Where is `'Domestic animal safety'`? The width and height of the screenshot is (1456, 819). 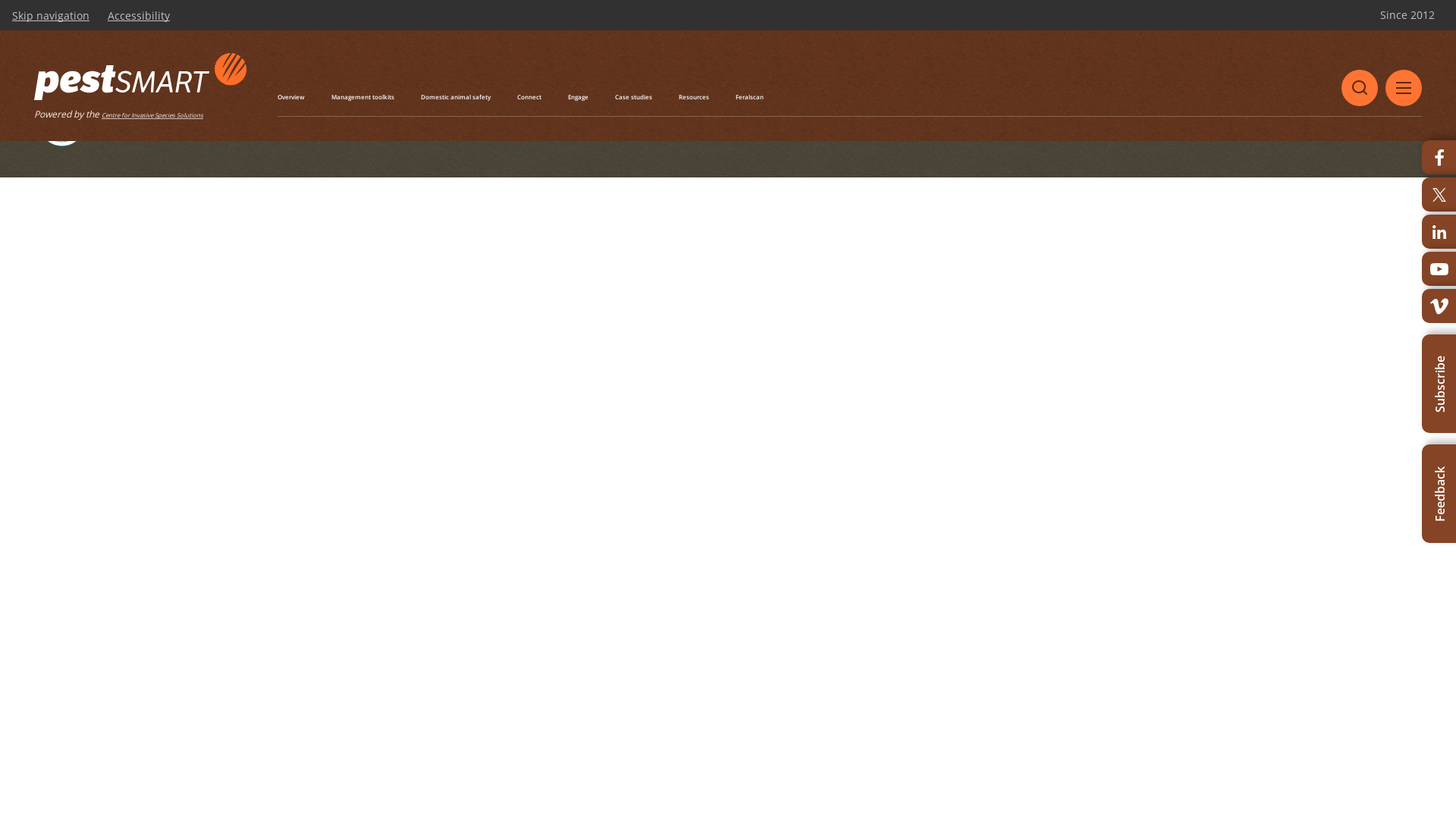 'Domestic animal safety' is located at coordinates (454, 96).